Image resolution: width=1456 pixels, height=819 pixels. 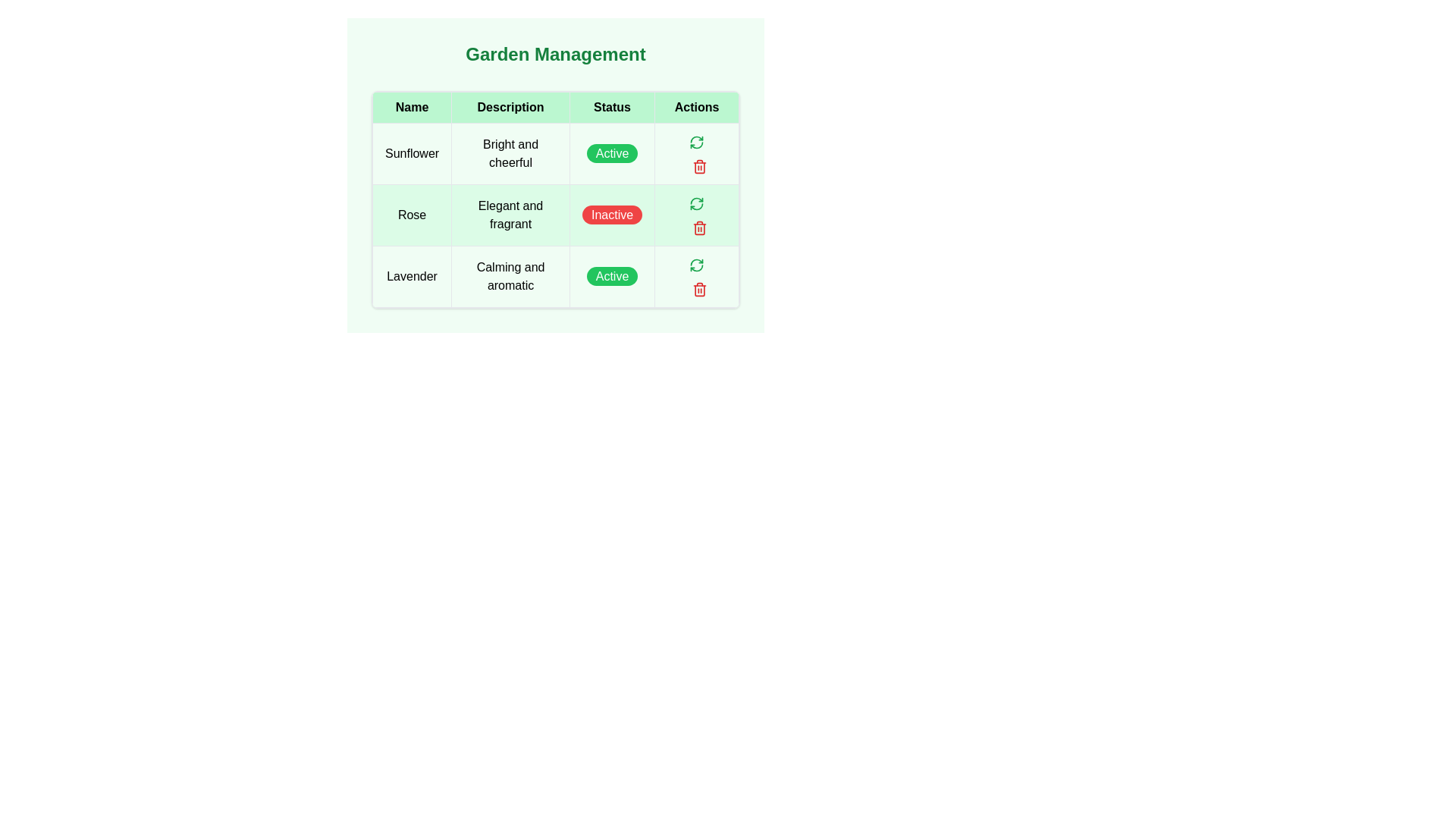 I want to click on the header cell for the 'Description' column in the data table, which is the second cell from the left in the header row, so click(x=510, y=107).